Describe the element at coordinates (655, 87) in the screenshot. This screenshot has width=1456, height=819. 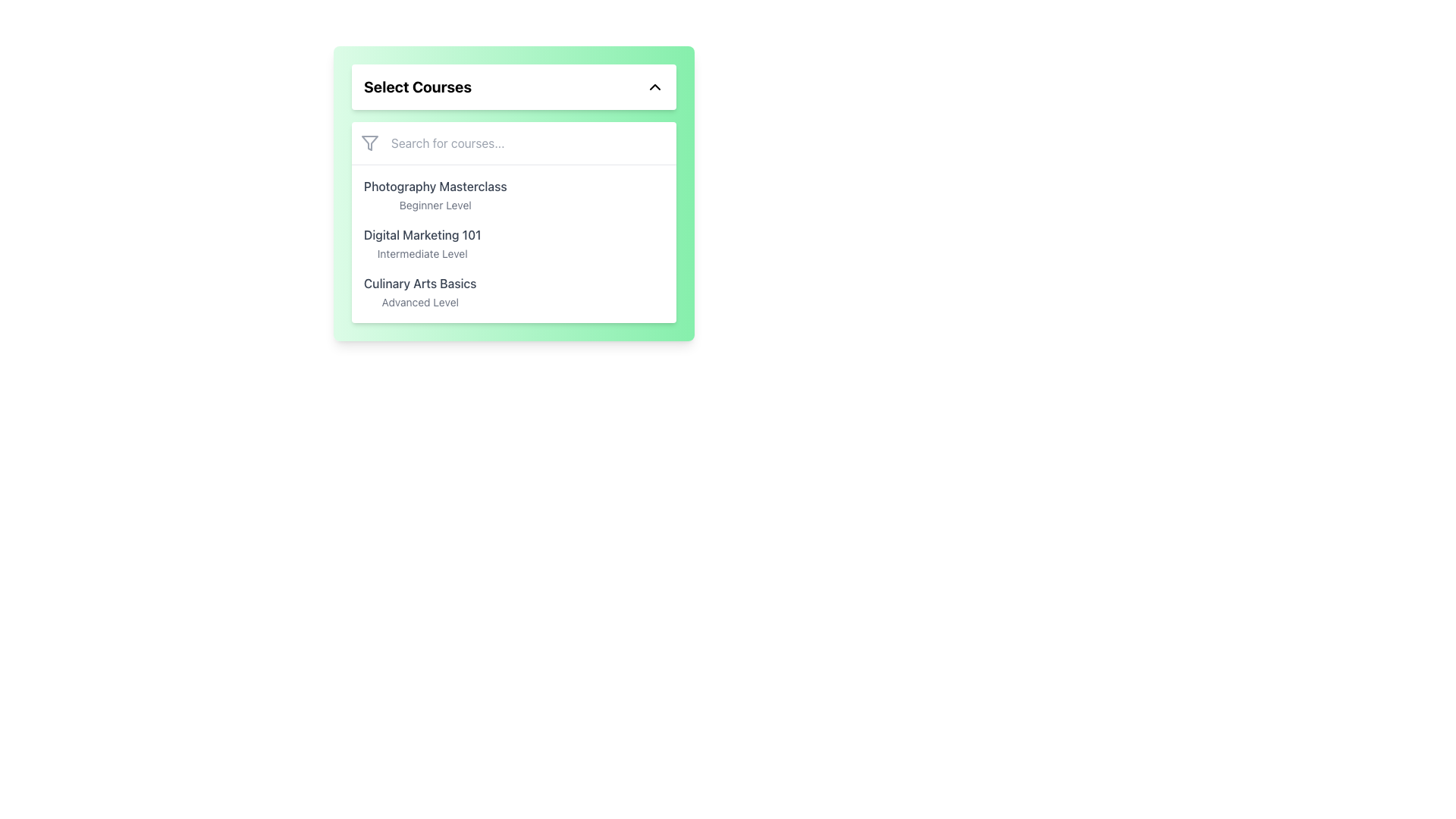
I see `the chevron icon button located to the right of the 'Select Courses' label` at that location.